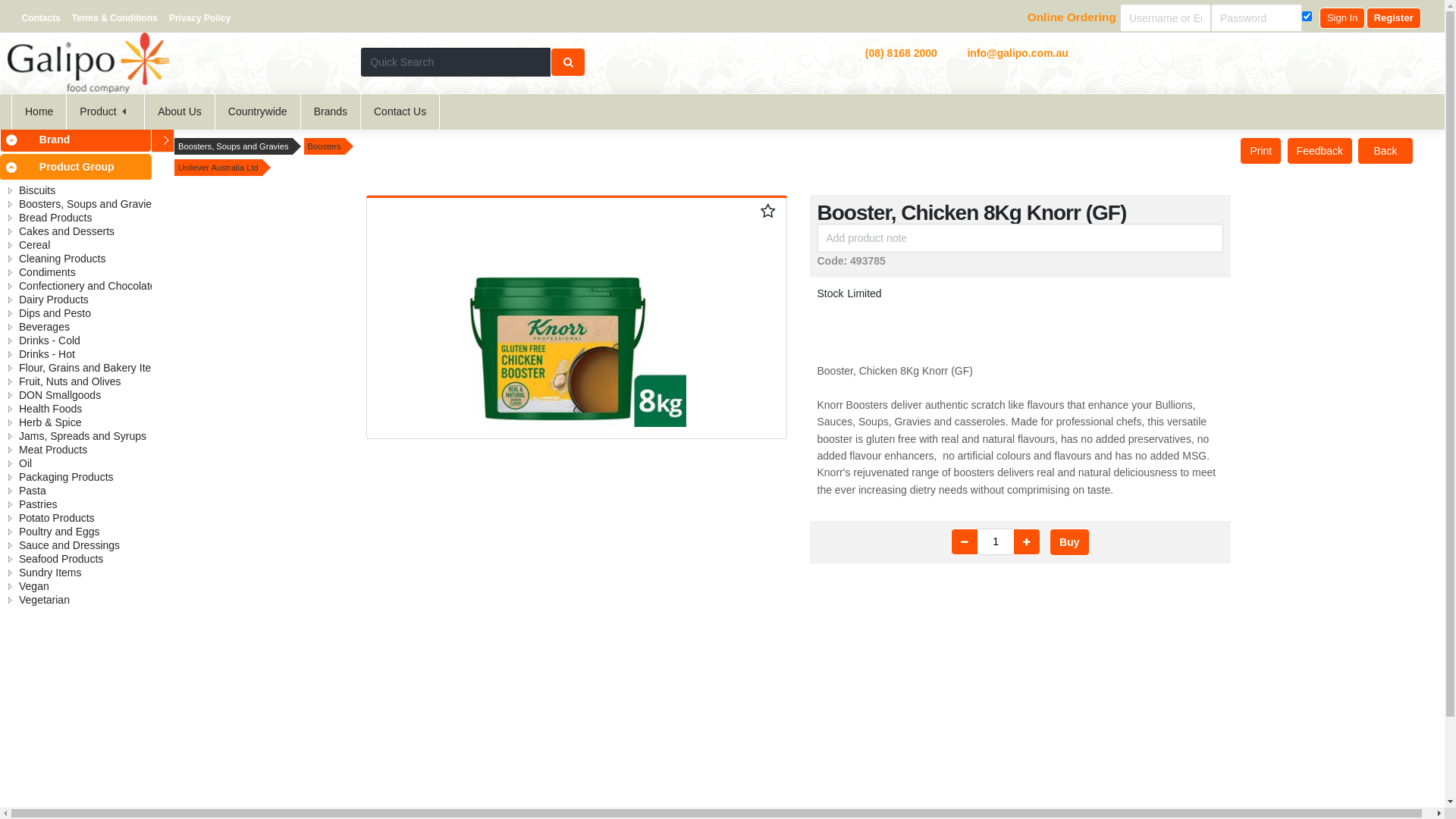 The height and width of the screenshot is (819, 1456). I want to click on 'Boosters', so click(323, 146).